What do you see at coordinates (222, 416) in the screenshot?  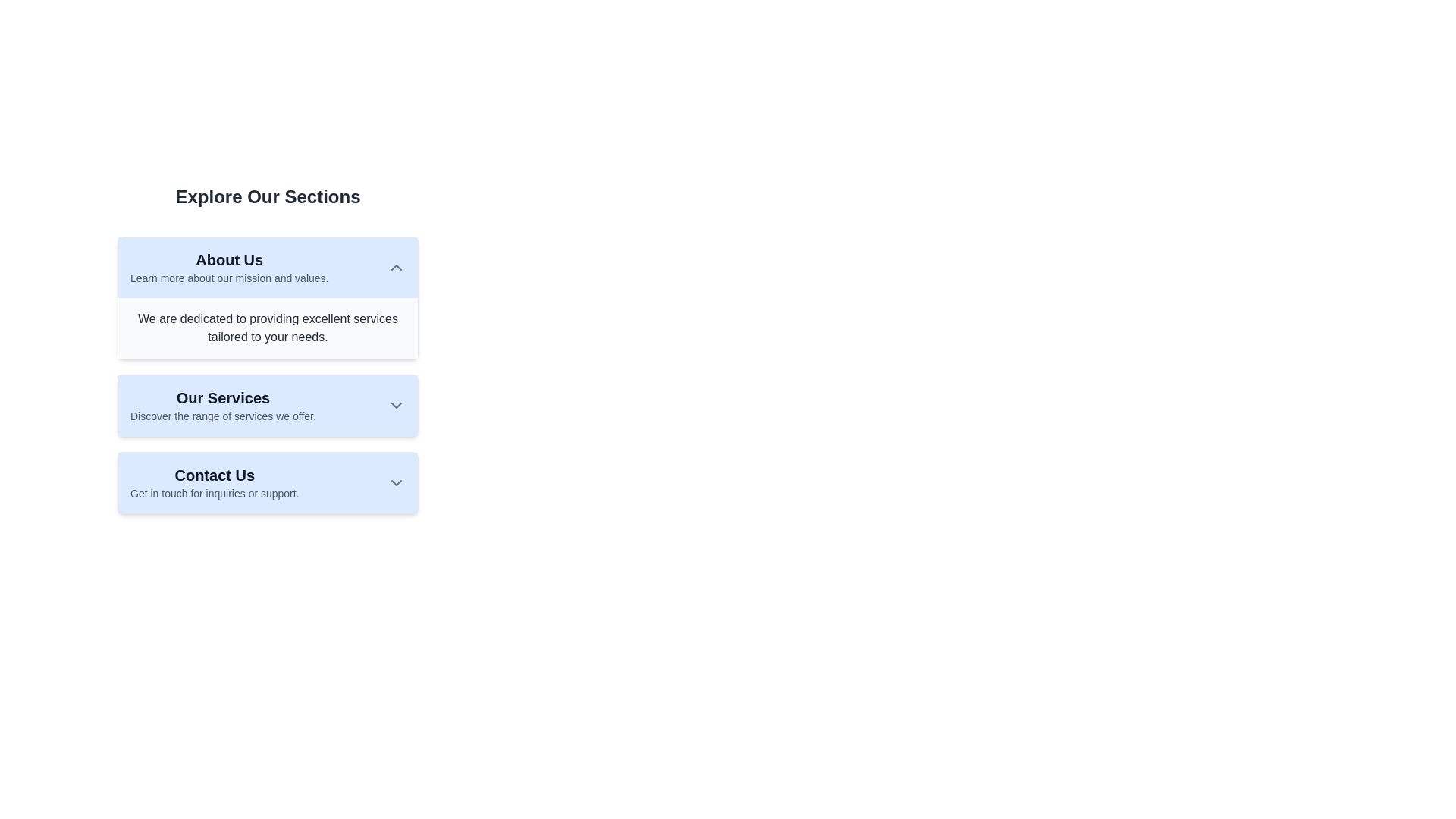 I see `the text element that displays the phrase 'Discover the range of services we offer.' which is styled in a small gray font and located underneath 'Our Services'` at bounding box center [222, 416].